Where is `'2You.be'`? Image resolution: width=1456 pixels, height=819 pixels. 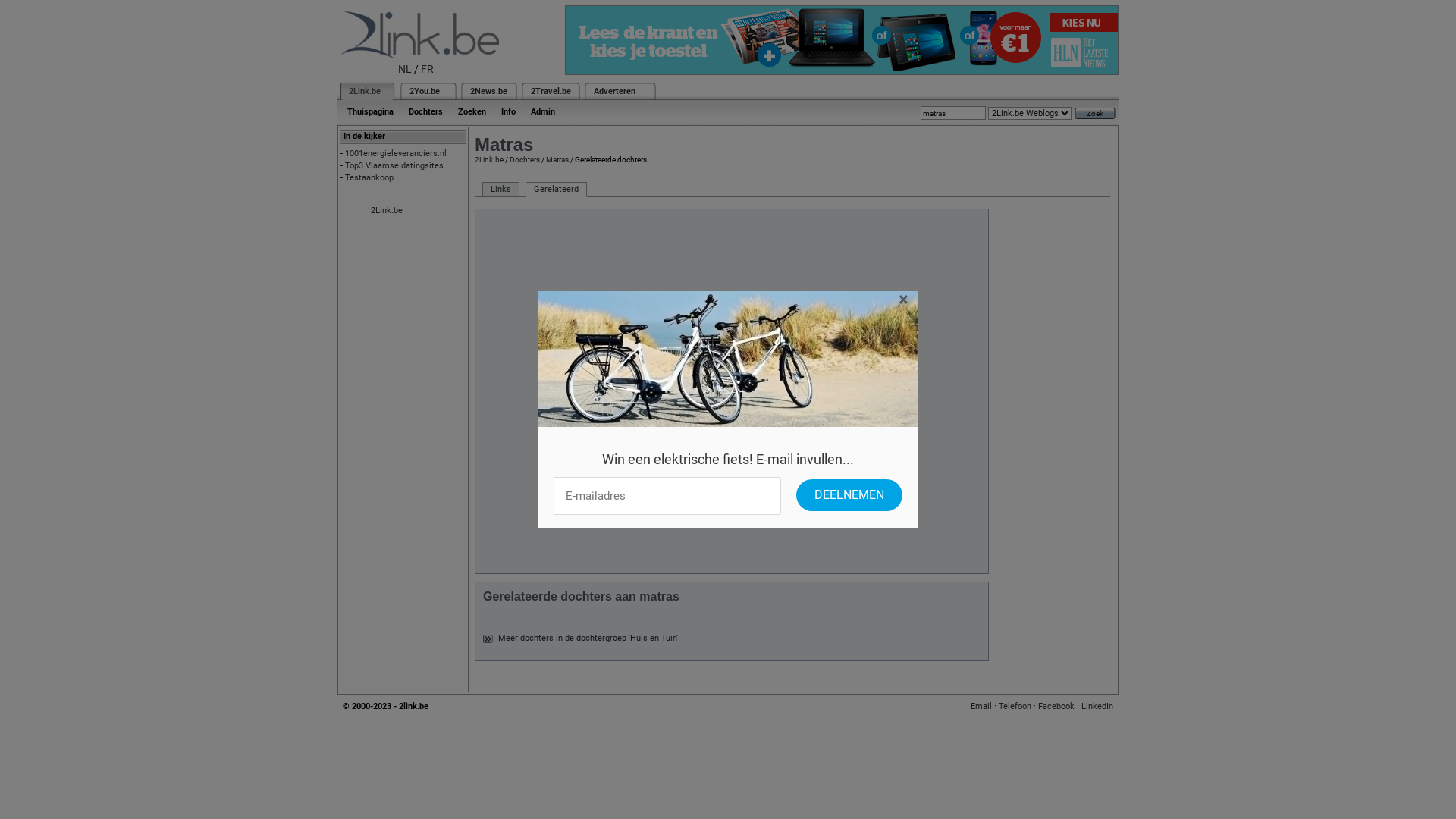 '2You.be' is located at coordinates (409, 91).